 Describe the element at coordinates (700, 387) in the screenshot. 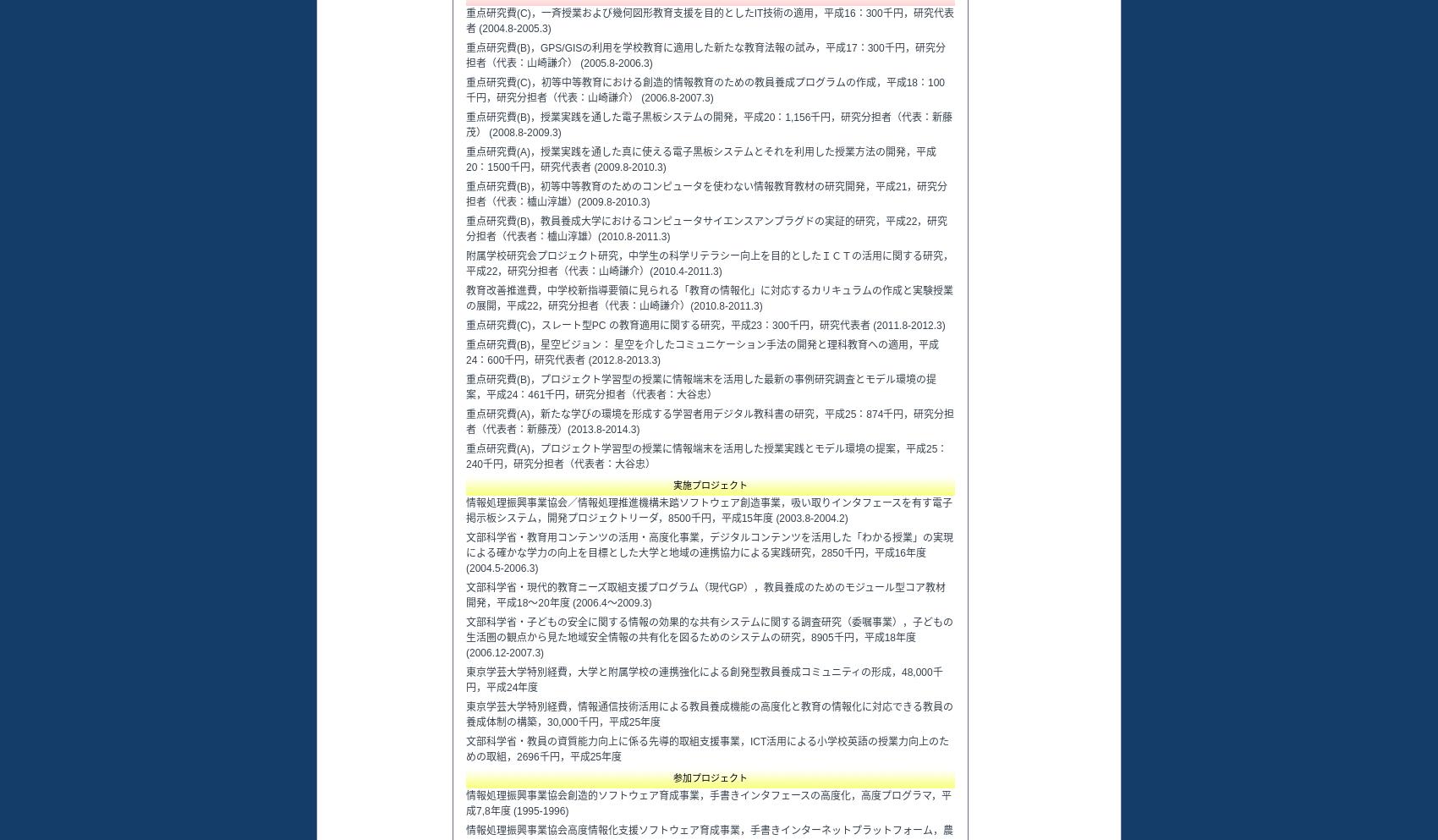

I see `'重点研究費(B)，プロジェクト学習型の授業に情報端末を活用した最新の事例研究調査とモデル環境の提案，平成24：461千円，研究分担者（代表者：大谷忠）'` at that location.